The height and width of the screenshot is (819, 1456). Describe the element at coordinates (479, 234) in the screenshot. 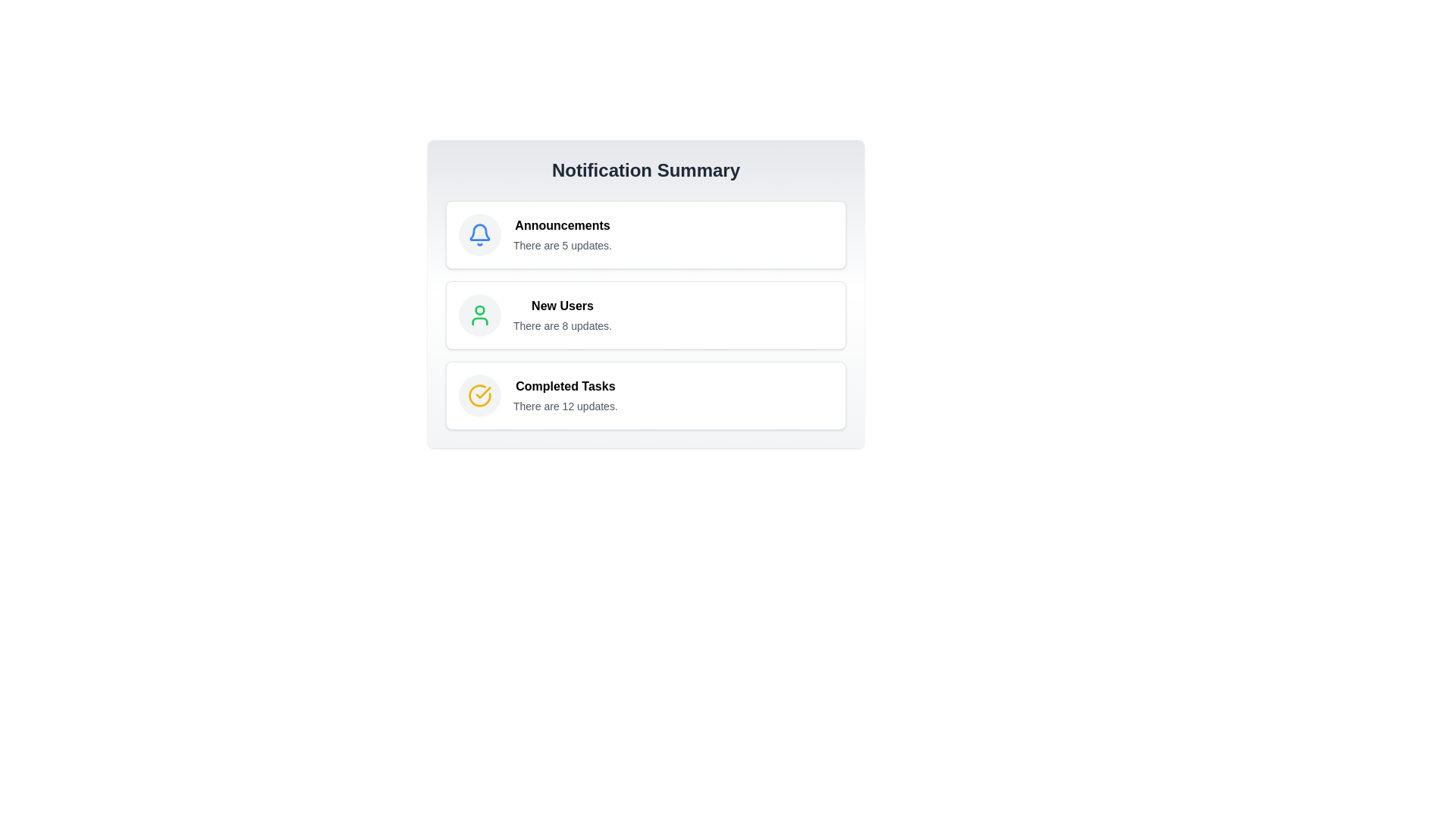

I see `the 'Announcements' icon located at the top-left corner of the 'Announcements' section in the 'Notification Summary' view, which represents notifications or updates` at that location.